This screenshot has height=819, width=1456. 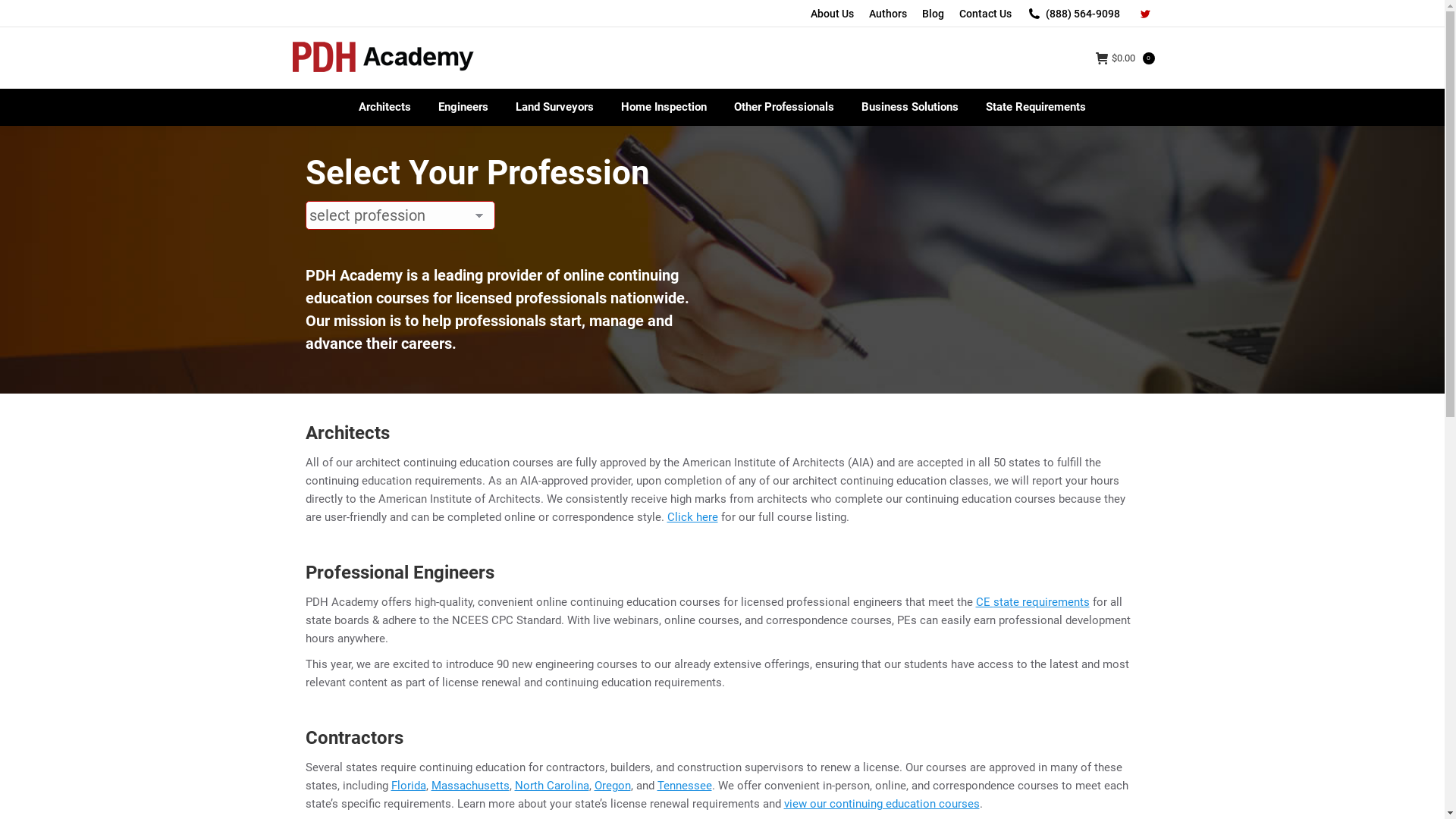 I want to click on 'About Us', so click(x=809, y=14).